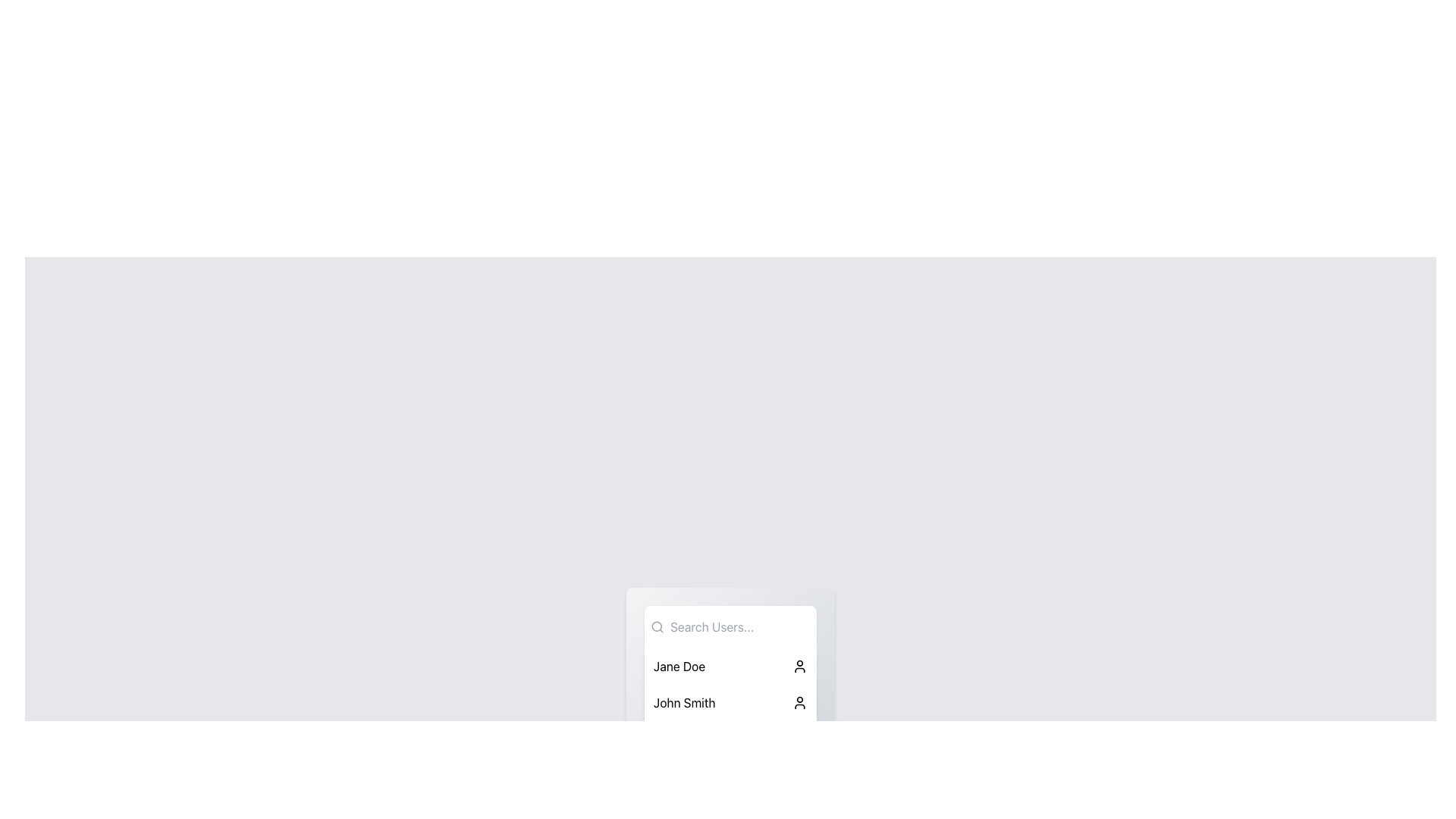  Describe the element at coordinates (657, 626) in the screenshot. I see `the decorative circle within the SVG of the search icon, located at the top-left corner of the 'Search Users' input box` at that location.